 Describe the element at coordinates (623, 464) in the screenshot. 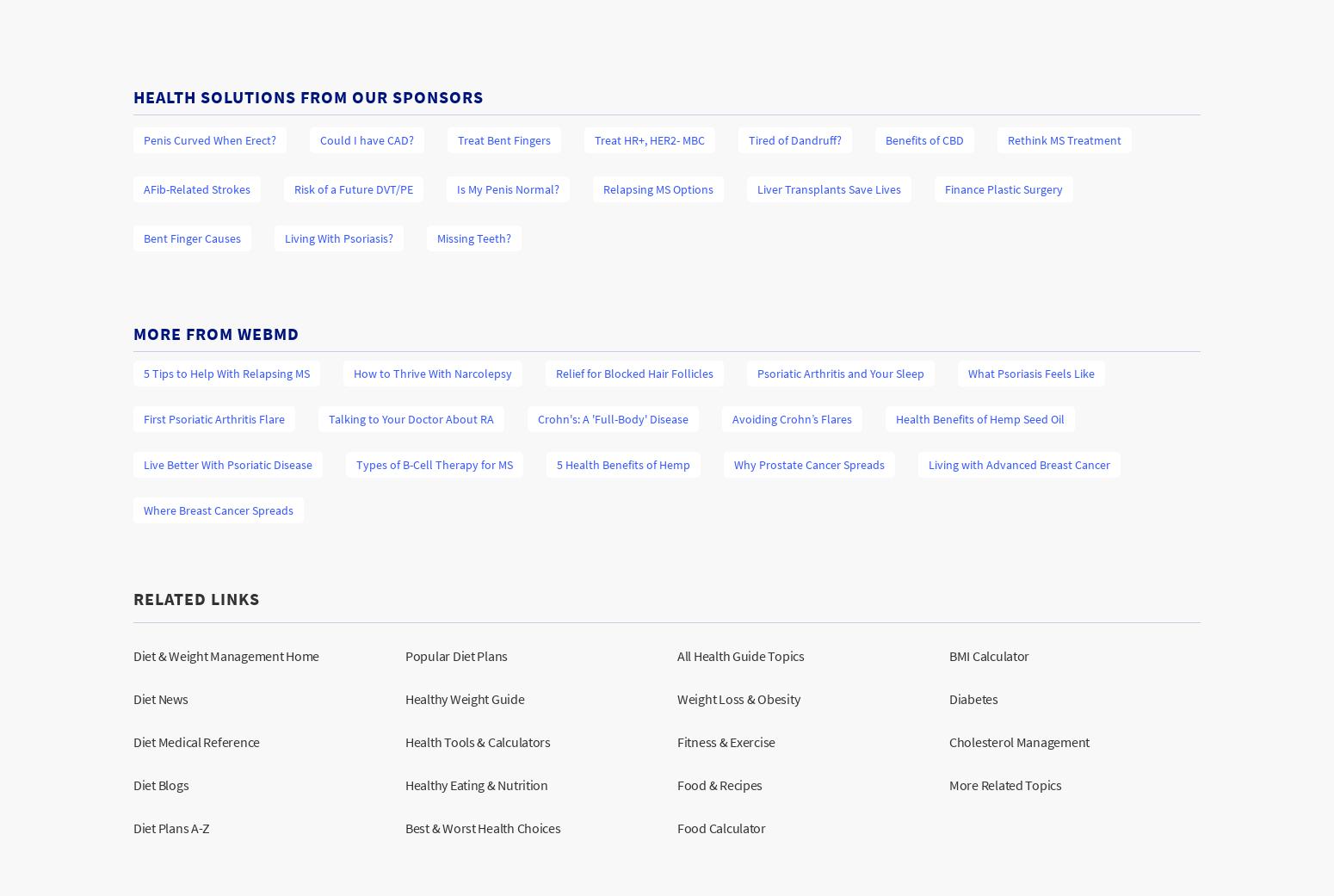

I see `'5 Health Benefits of Hemp'` at that location.